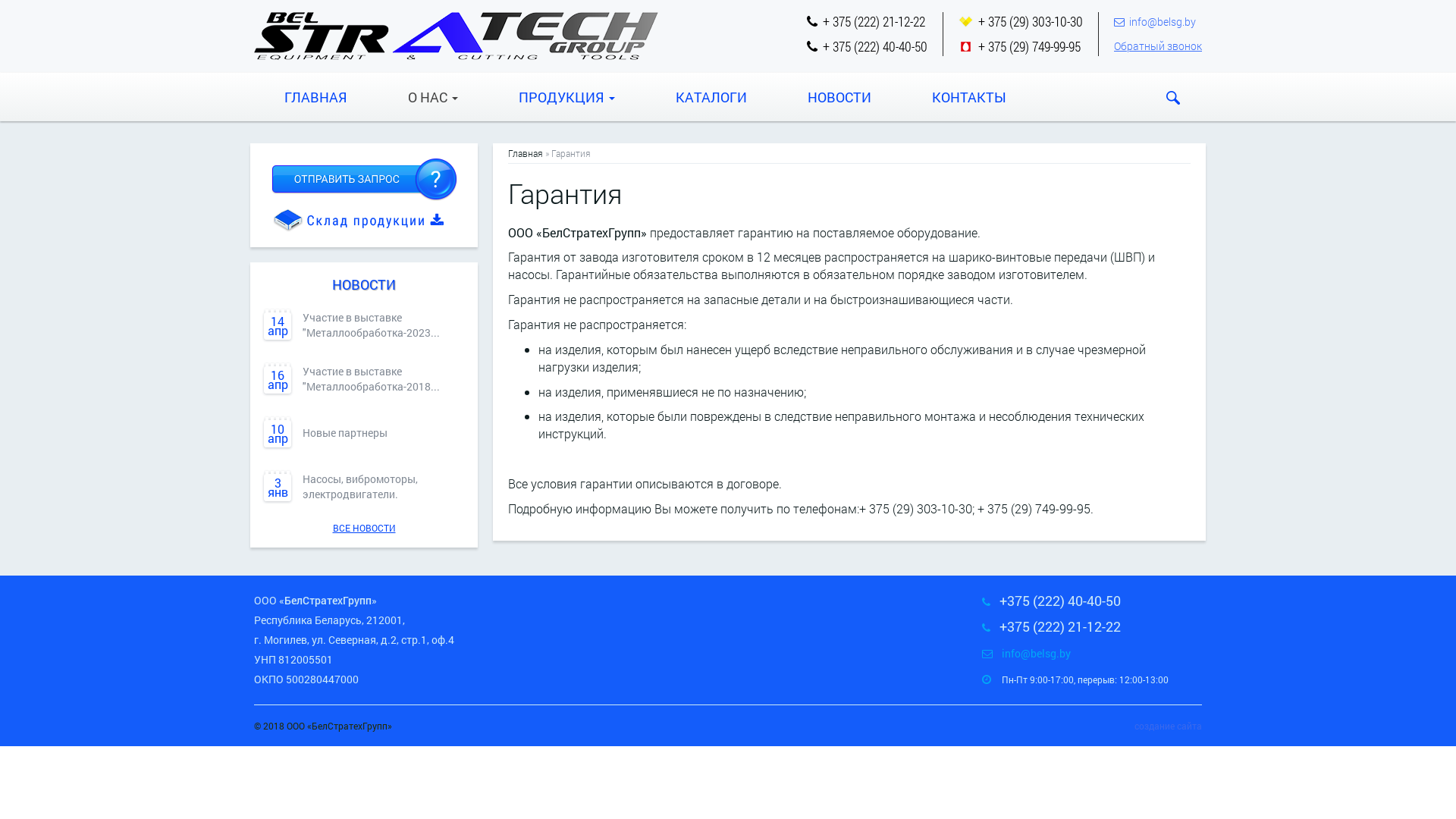 The image size is (1456, 819). Describe the element at coordinates (1161, 21) in the screenshot. I see `'info@belsg.by'` at that location.